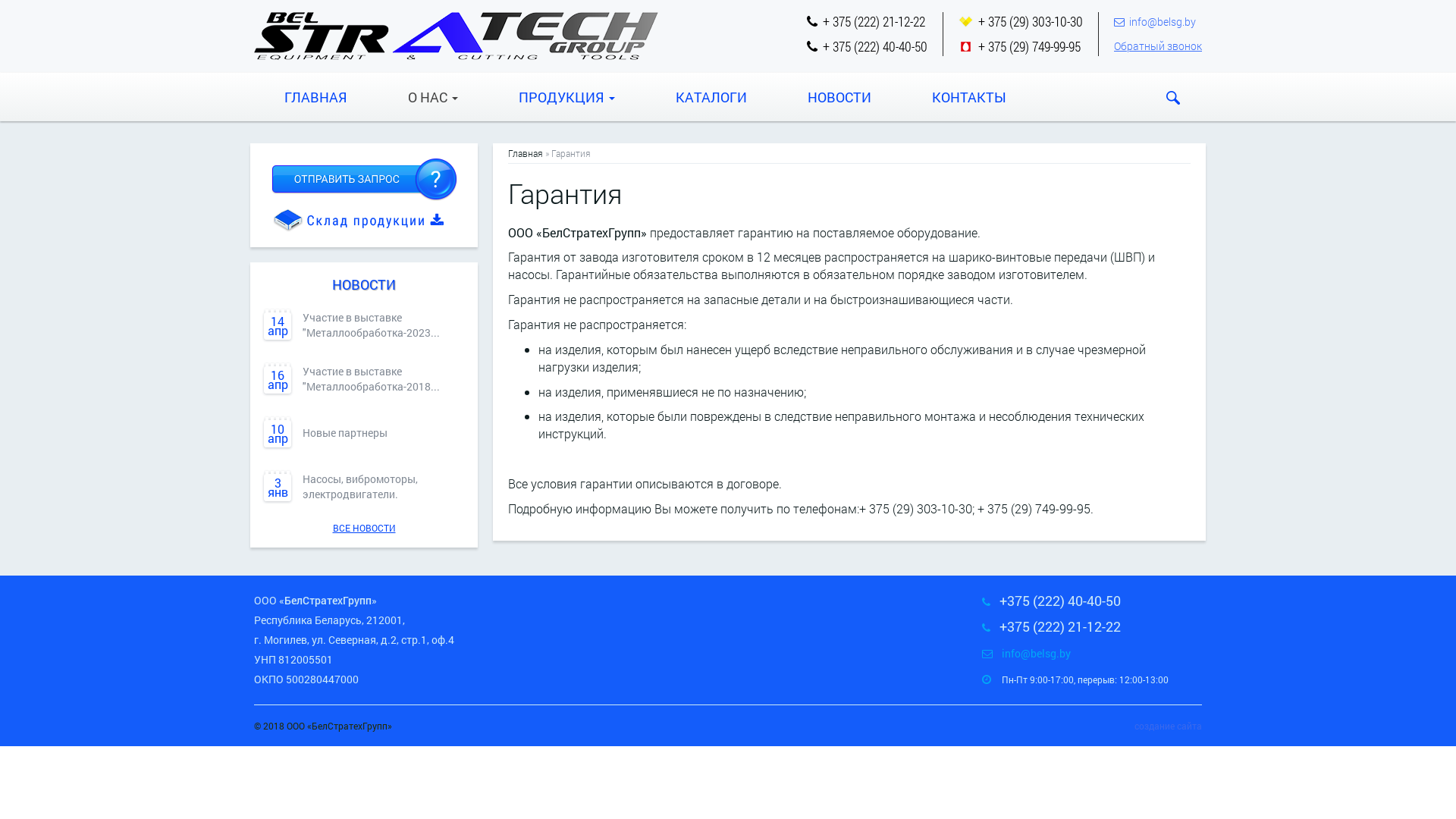 The image size is (1456, 819). Describe the element at coordinates (1161, 21) in the screenshot. I see `'info@belsg.by'` at that location.